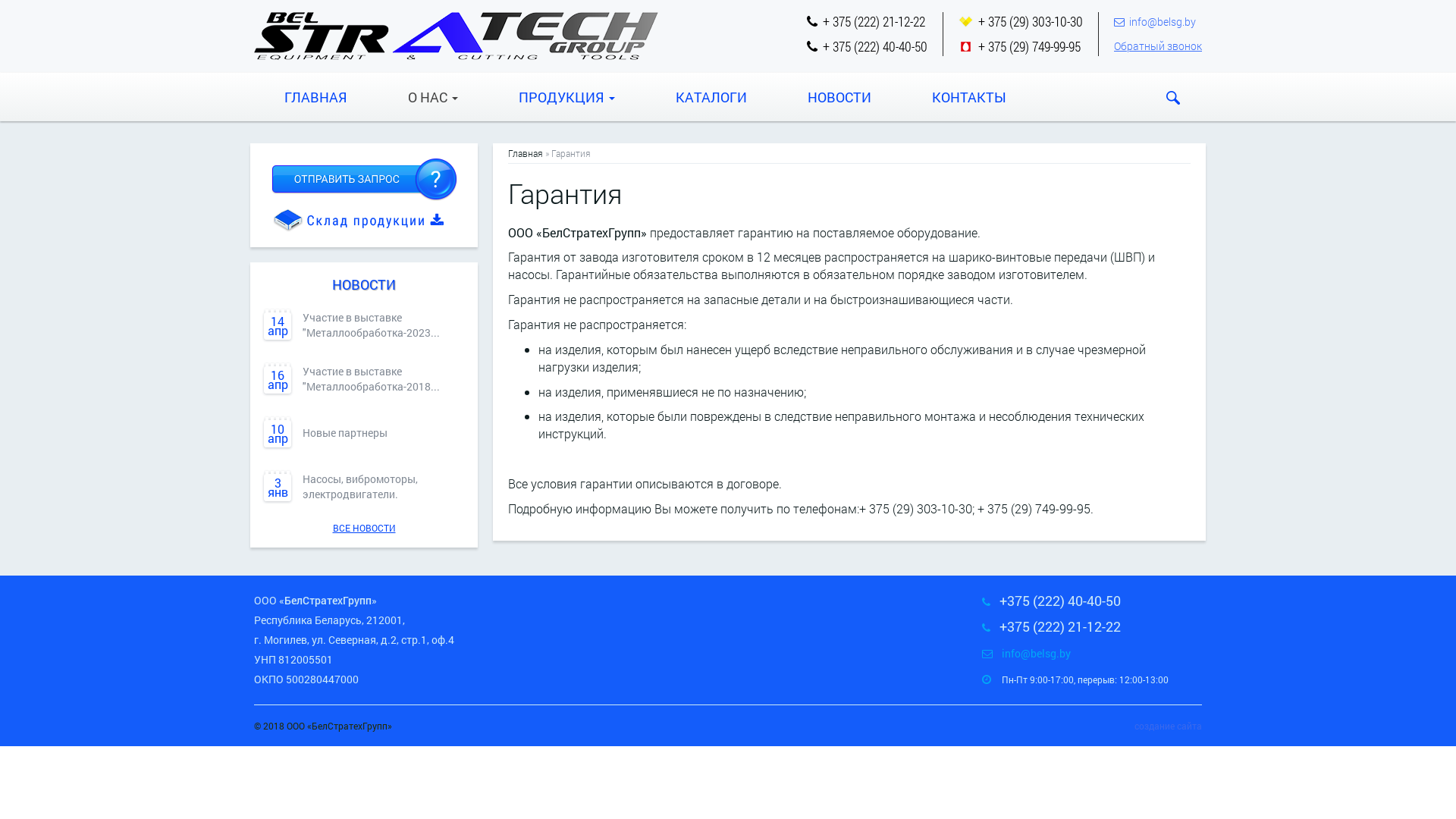 The image size is (1456, 819). Describe the element at coordinates (1161, 21) in the screenshot. I see `'info@belsg.by'` at that location.